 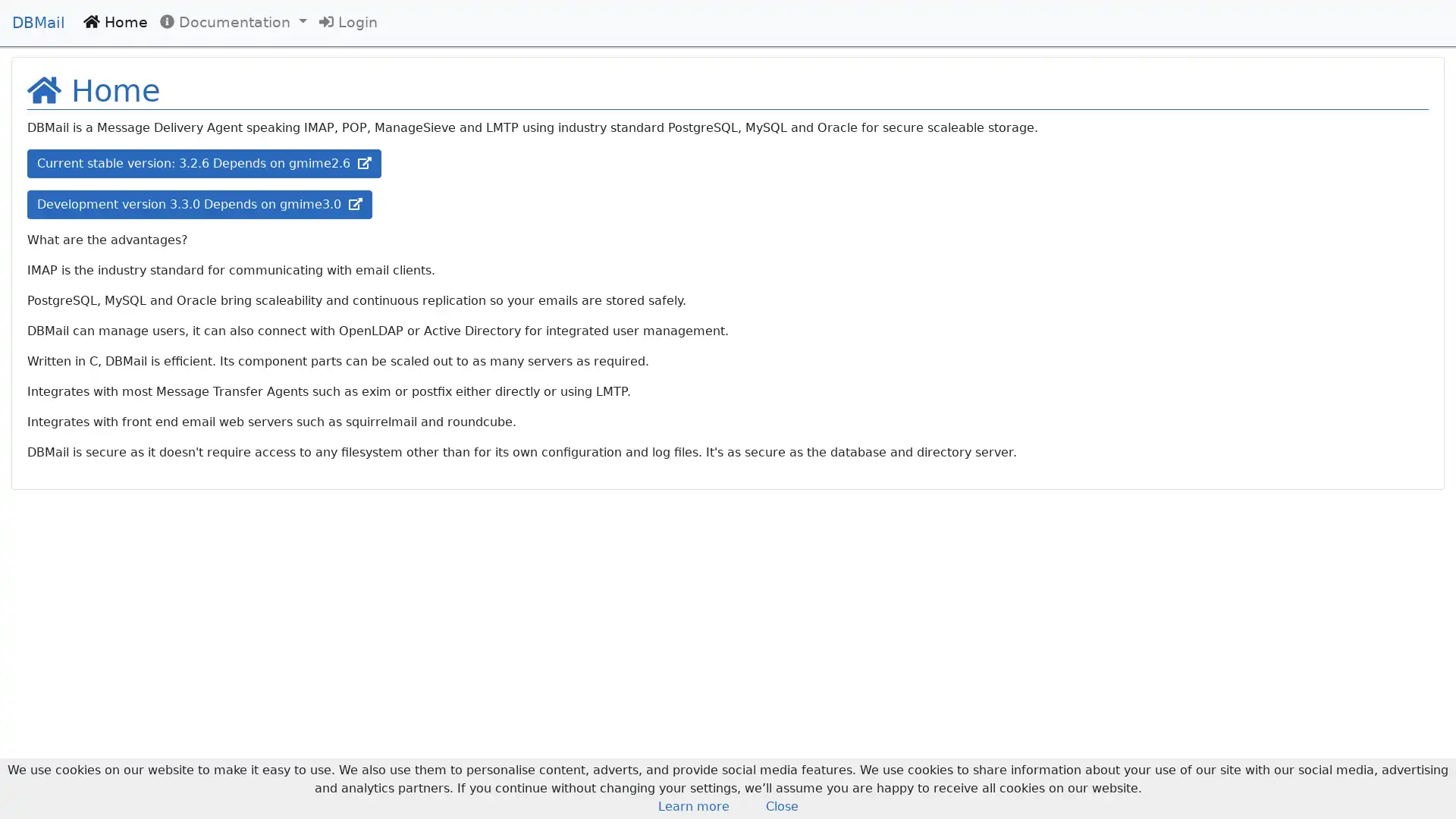 I want to click on Development version 3.3.0 Depends on gmime3.0, so click(x=199, y=205).